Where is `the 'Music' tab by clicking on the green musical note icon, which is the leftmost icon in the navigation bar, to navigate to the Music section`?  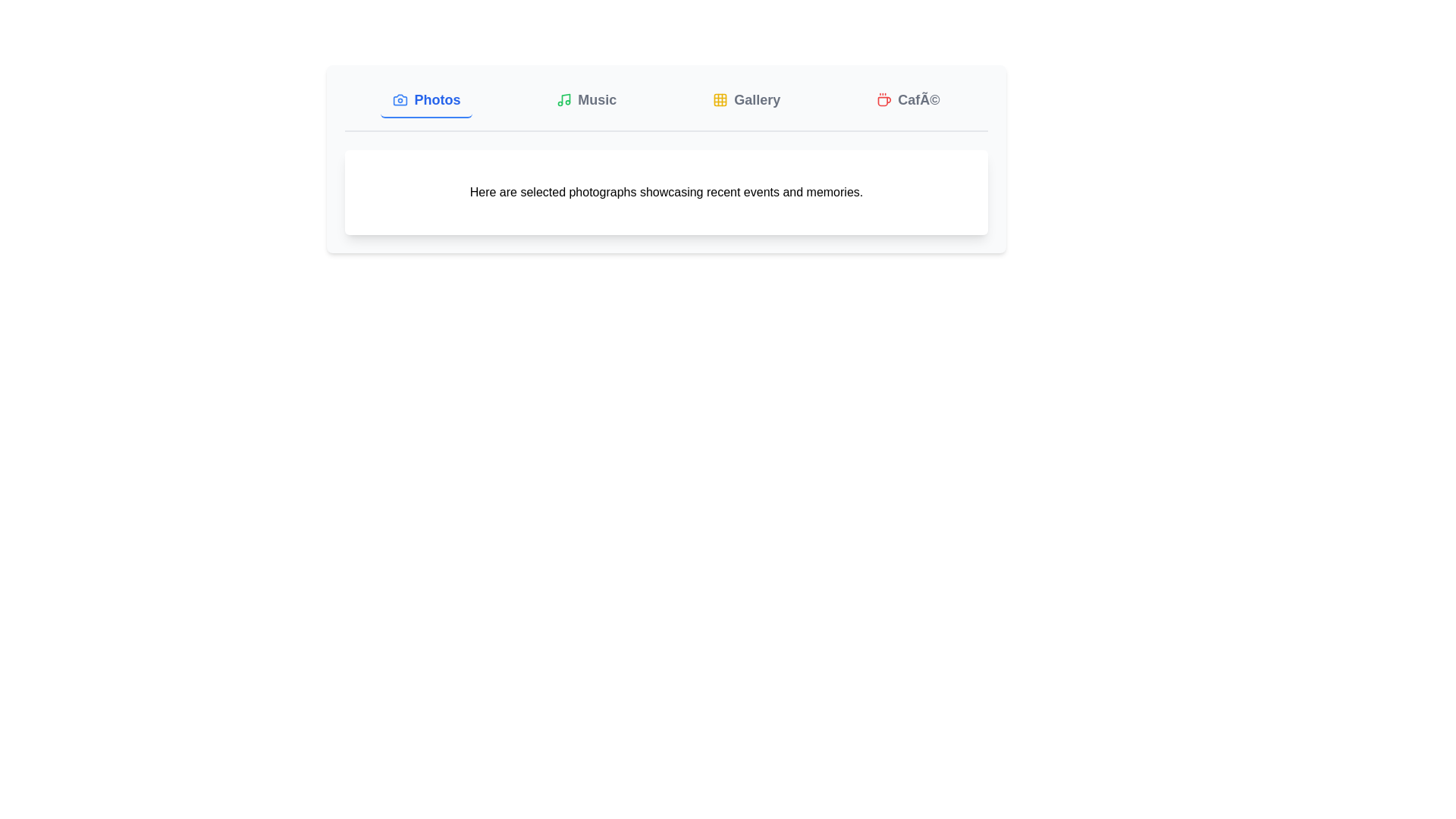 the 'Music' tab by clicking on the green musical note icon, which is the leftmost icon in the navigation bar, to navigate to the Music section is located at coordinates (563, 99).